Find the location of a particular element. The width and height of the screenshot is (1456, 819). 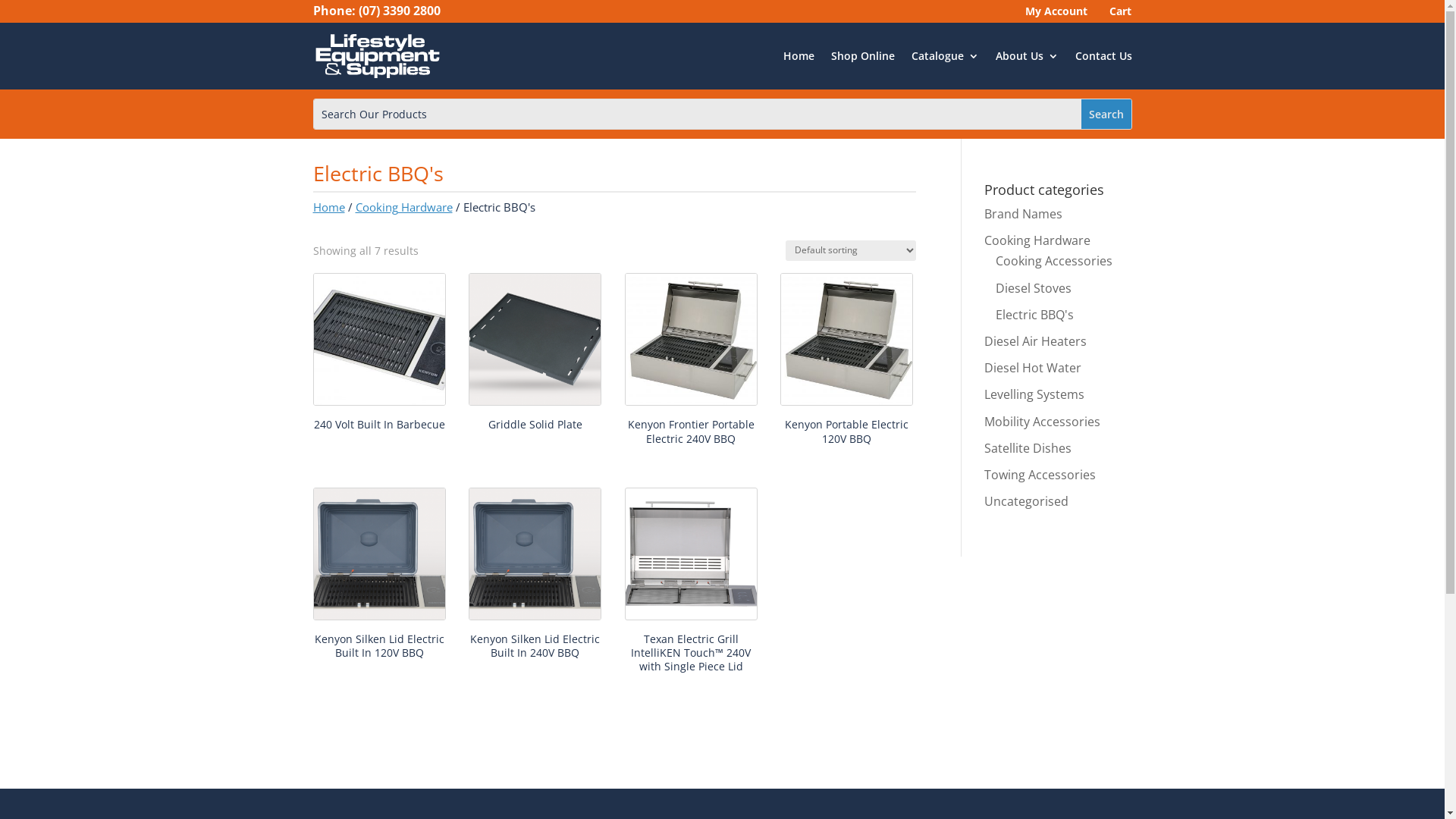

'Griddle Solid Plate' is located at coordinates (535, 355).